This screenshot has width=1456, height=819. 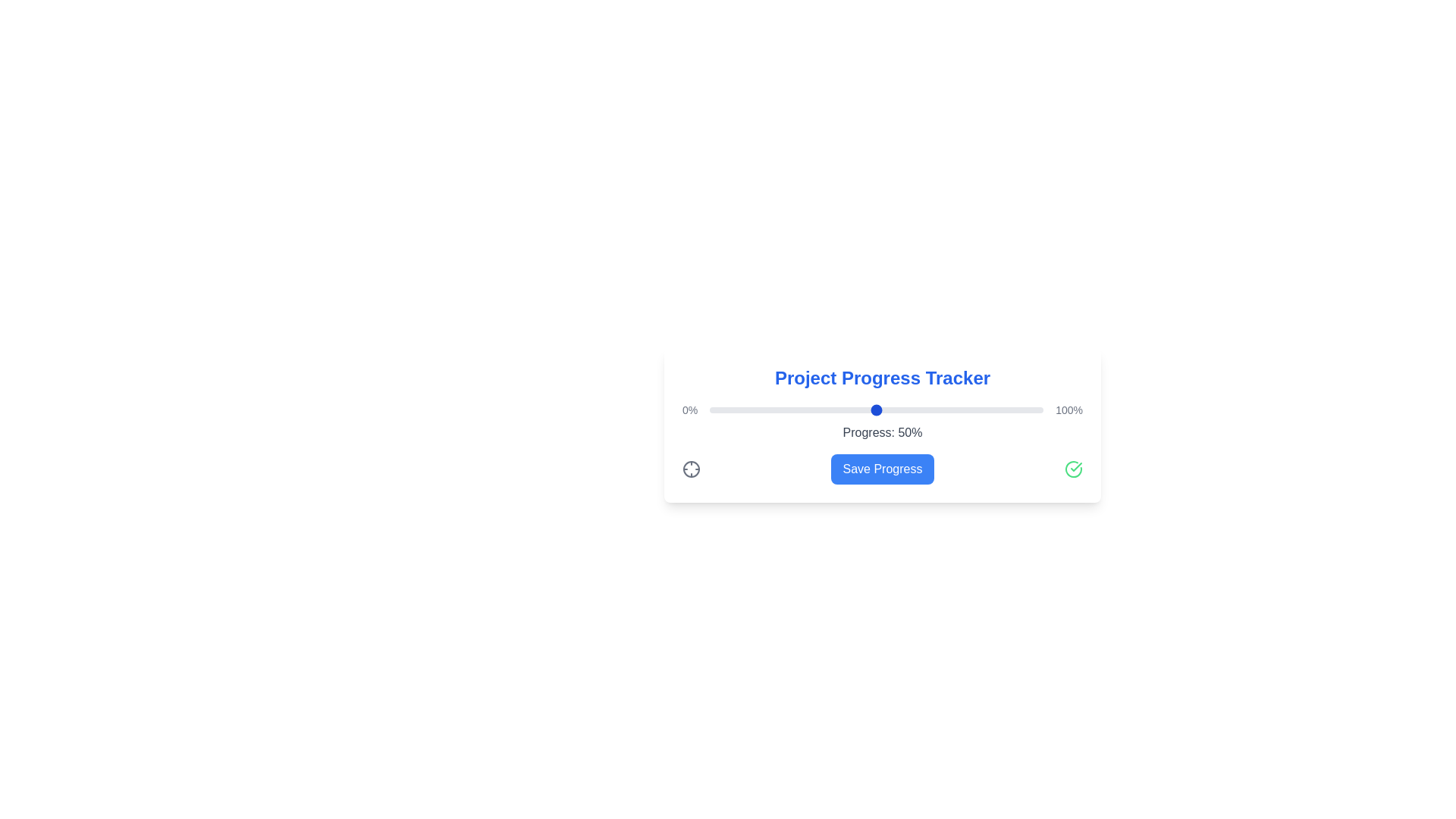 I want to click on the slider to set the progress value to 17, so click(x=767, y=409).